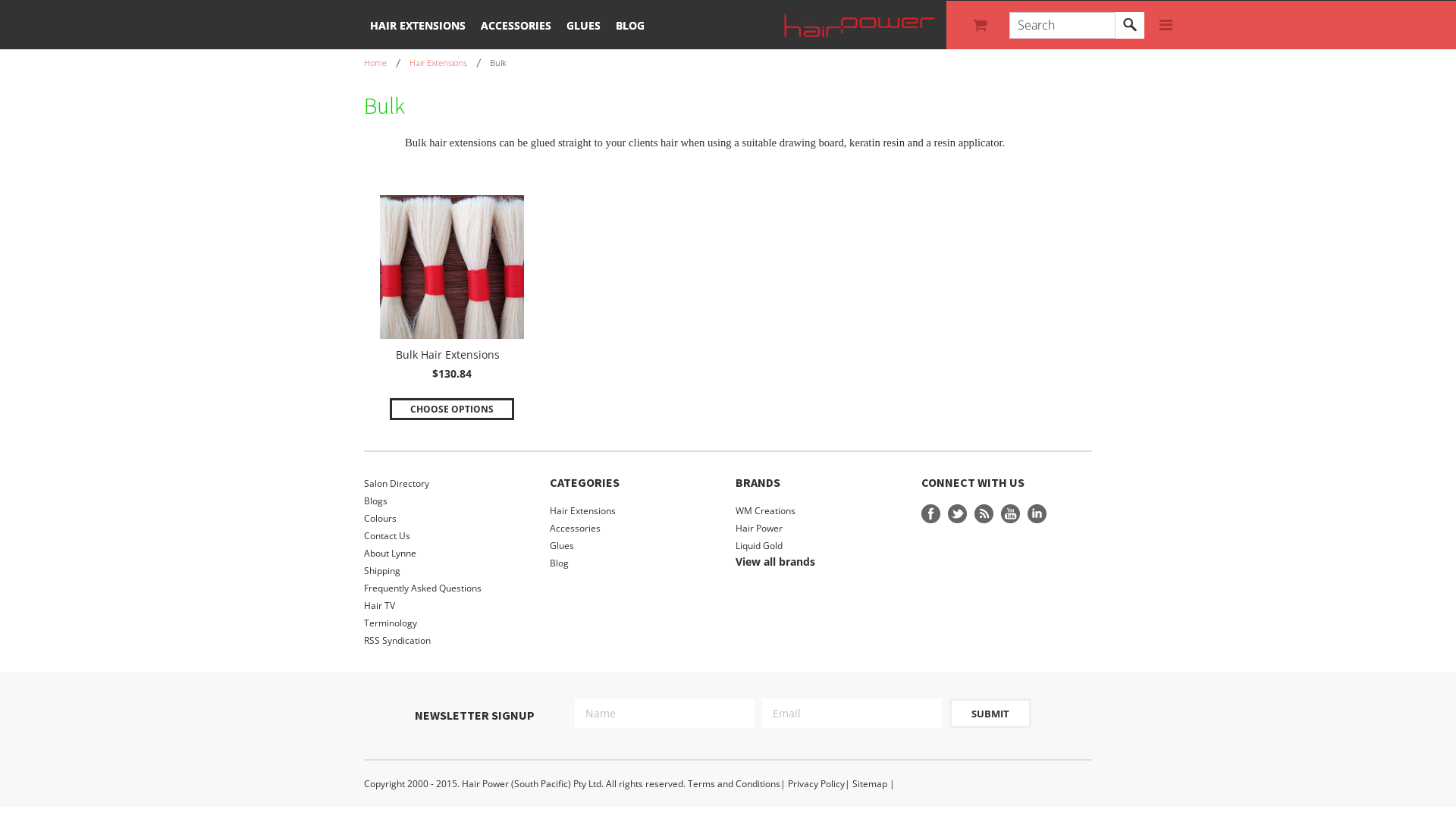 The width and height of the screenshot is (1456, 819). Describe the element at coordinates (734, 783) in the screenshot. I see `'Terms and Conditions'` at that location.